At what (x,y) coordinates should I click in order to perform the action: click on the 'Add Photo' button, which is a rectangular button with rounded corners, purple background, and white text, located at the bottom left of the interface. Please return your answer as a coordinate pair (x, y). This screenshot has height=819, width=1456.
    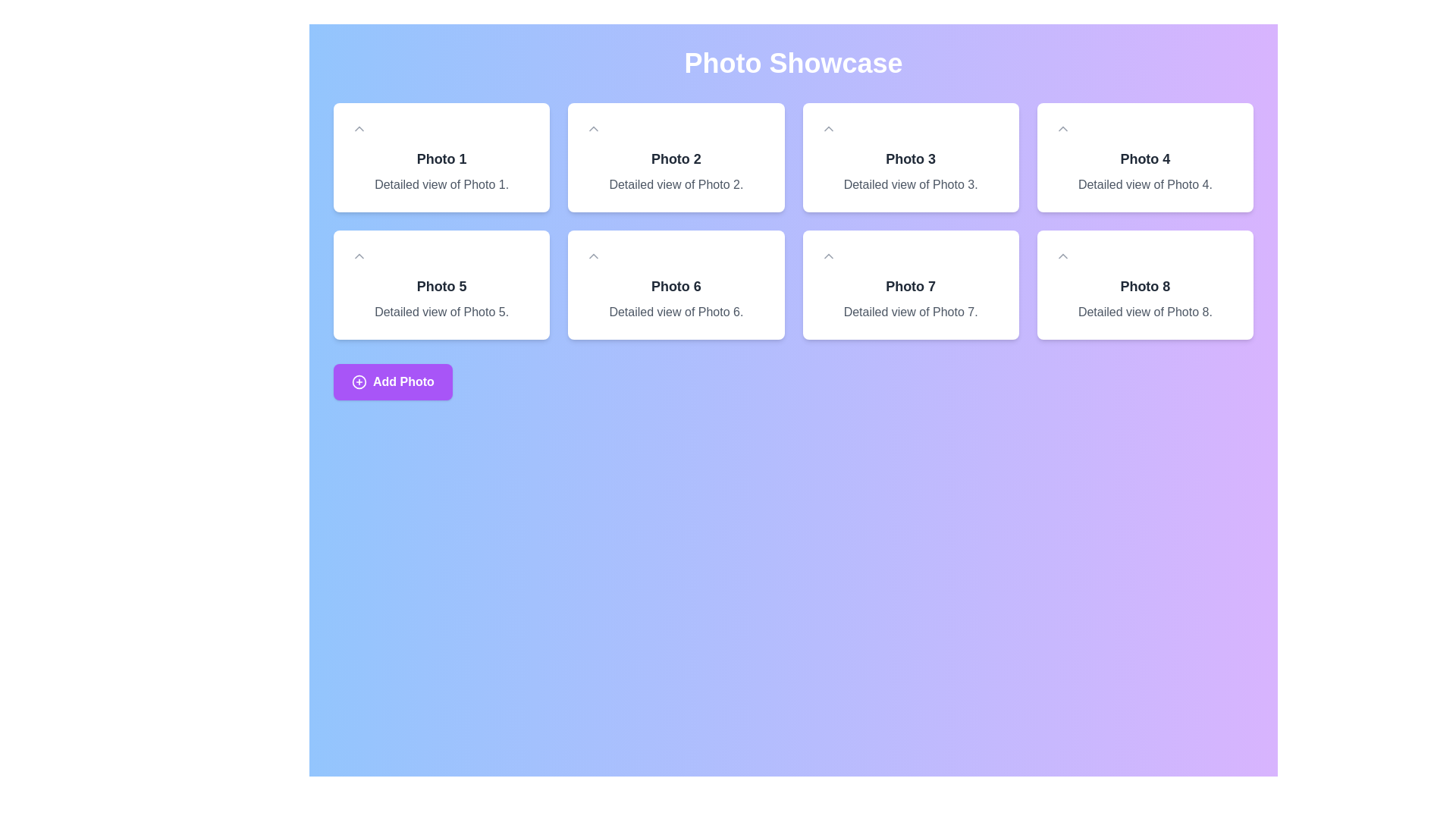
    Looking at the image, I should click on (393, 381).